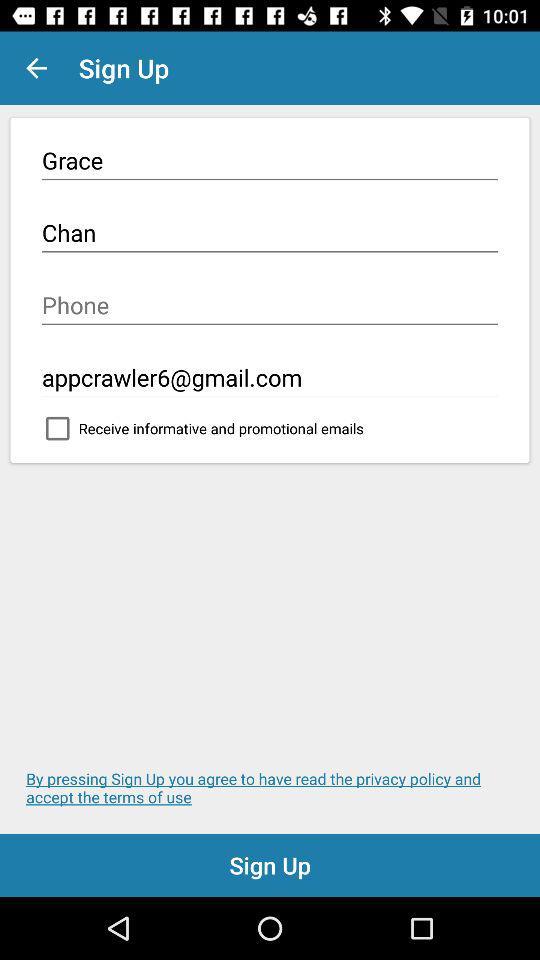  Describe the element at coordinates (270, 433) in the screenshot. I see `the button below appcrawler6gmailcom` at that location.